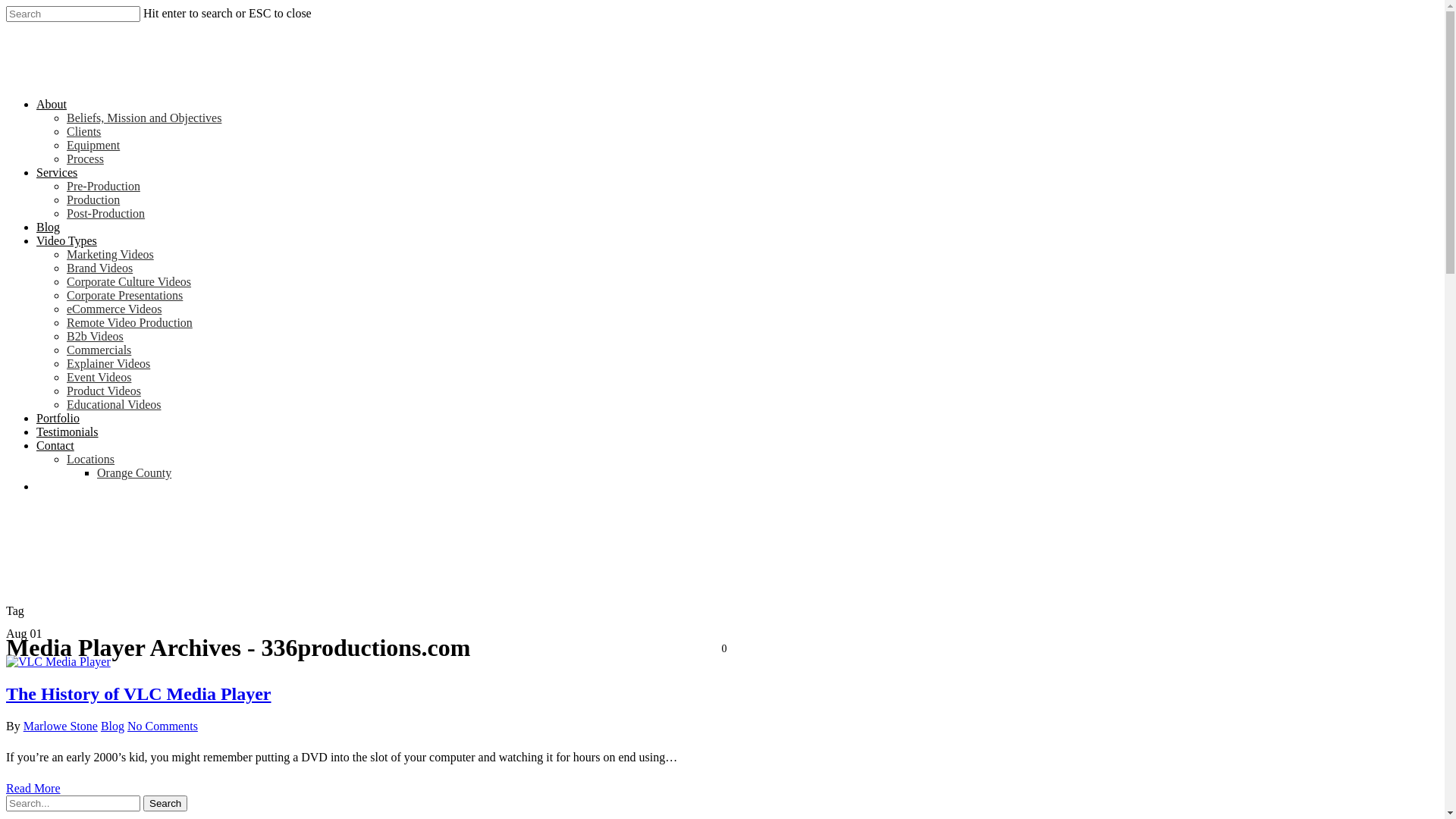  Describe the element at coordinates (65, 145) in the screenshot. I see `'Equipment'` at that location.